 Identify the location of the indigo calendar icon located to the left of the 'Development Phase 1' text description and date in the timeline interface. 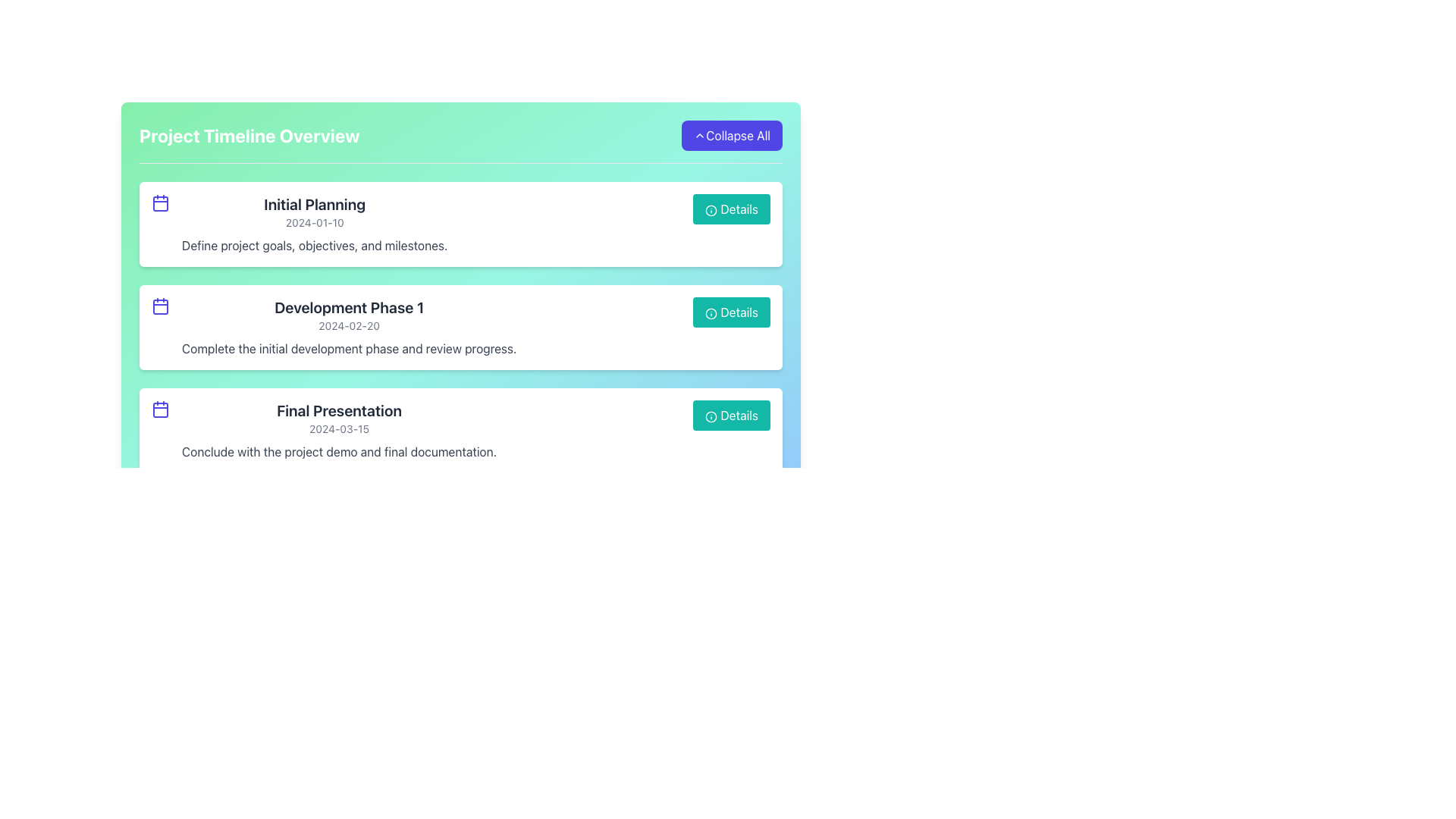
(160, 306).